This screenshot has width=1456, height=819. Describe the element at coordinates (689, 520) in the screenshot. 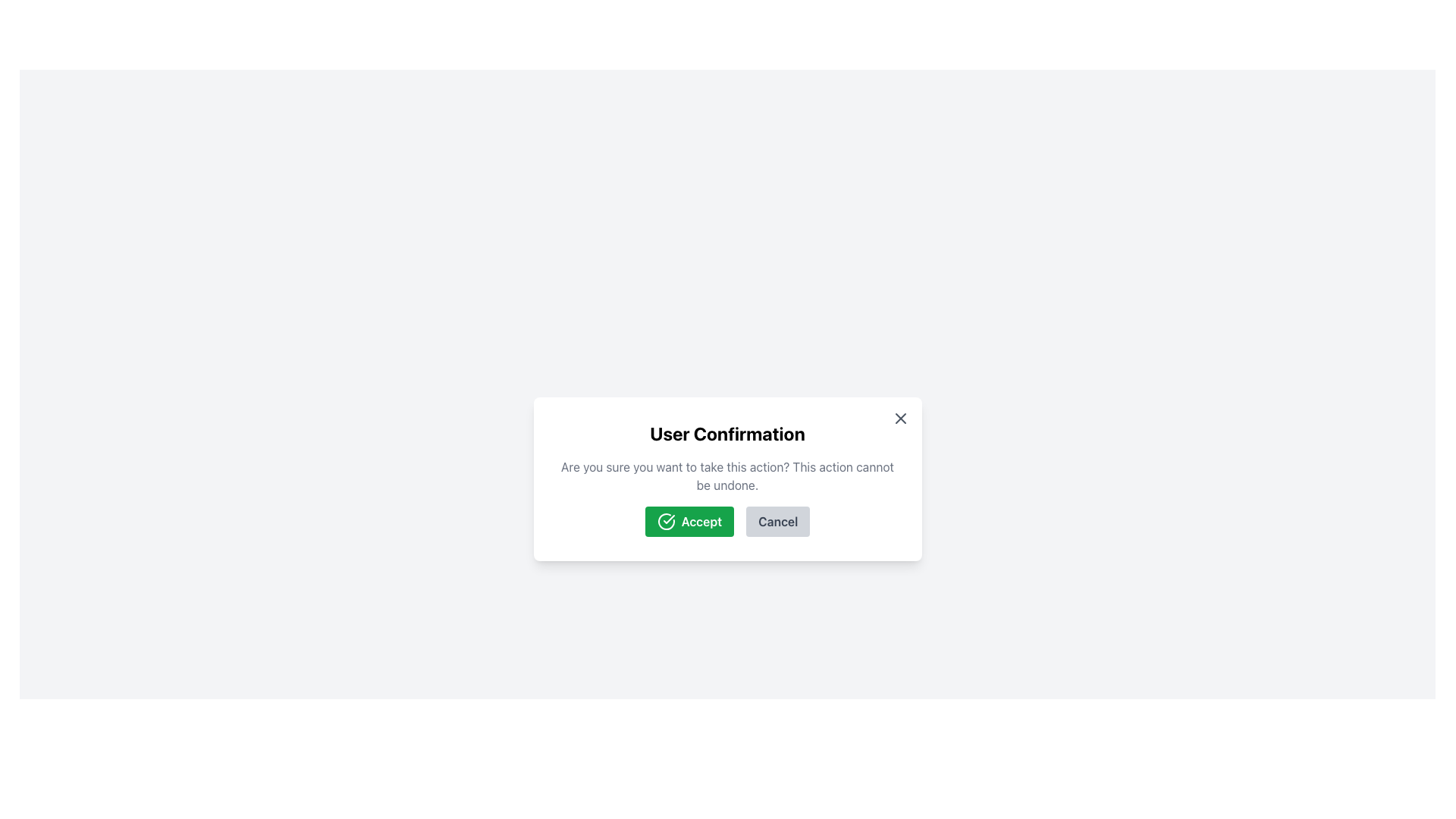

I see `the 'Accept' button located in the center-bottom portion of the confirmation dialog to confirm the action` at that location.